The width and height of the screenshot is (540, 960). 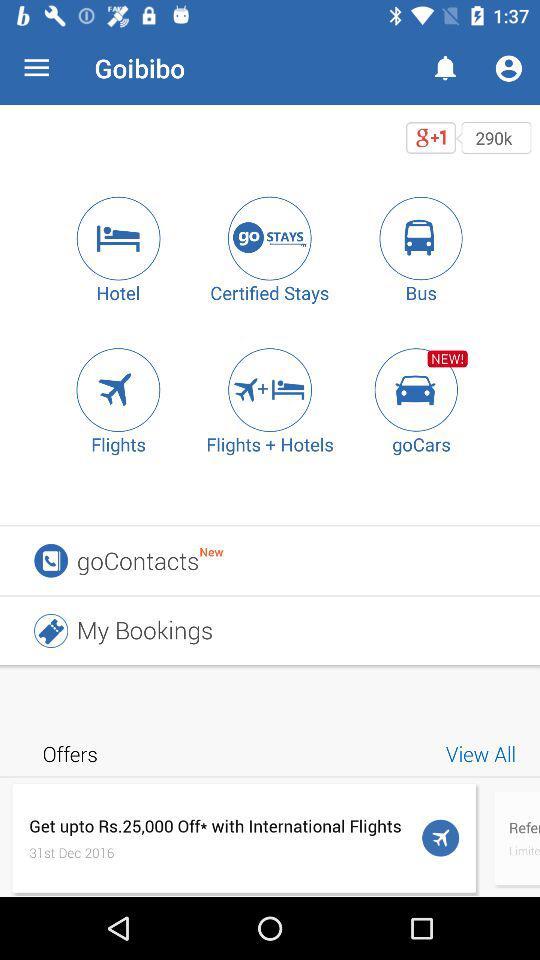 What do you see at coordinates (420, 238) in the screenshot?
I see `tap the bus icon to book travel by bus` at bounding box center [420, 238].